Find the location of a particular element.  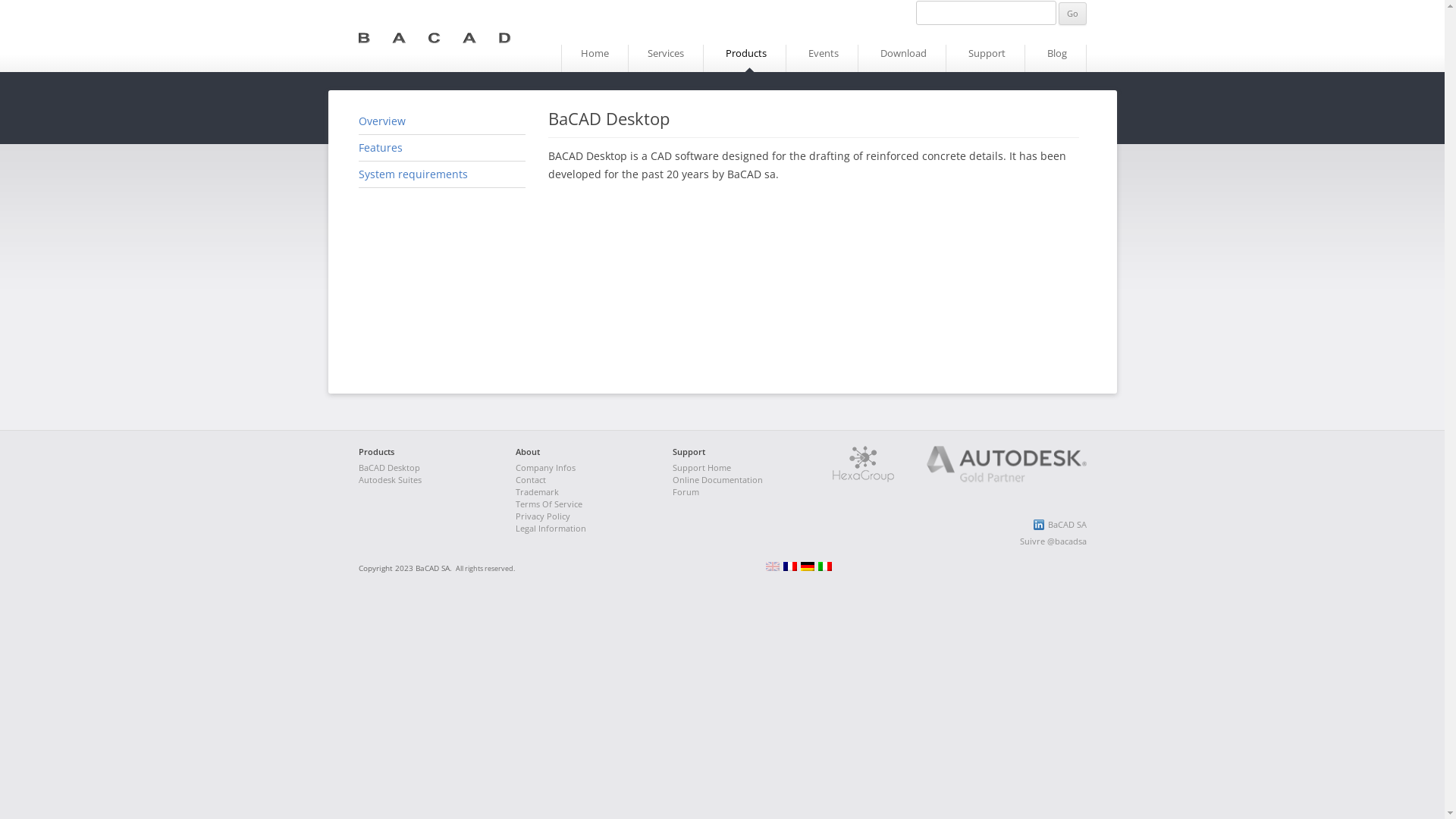

'Events' is located at coordinates (821, 58).